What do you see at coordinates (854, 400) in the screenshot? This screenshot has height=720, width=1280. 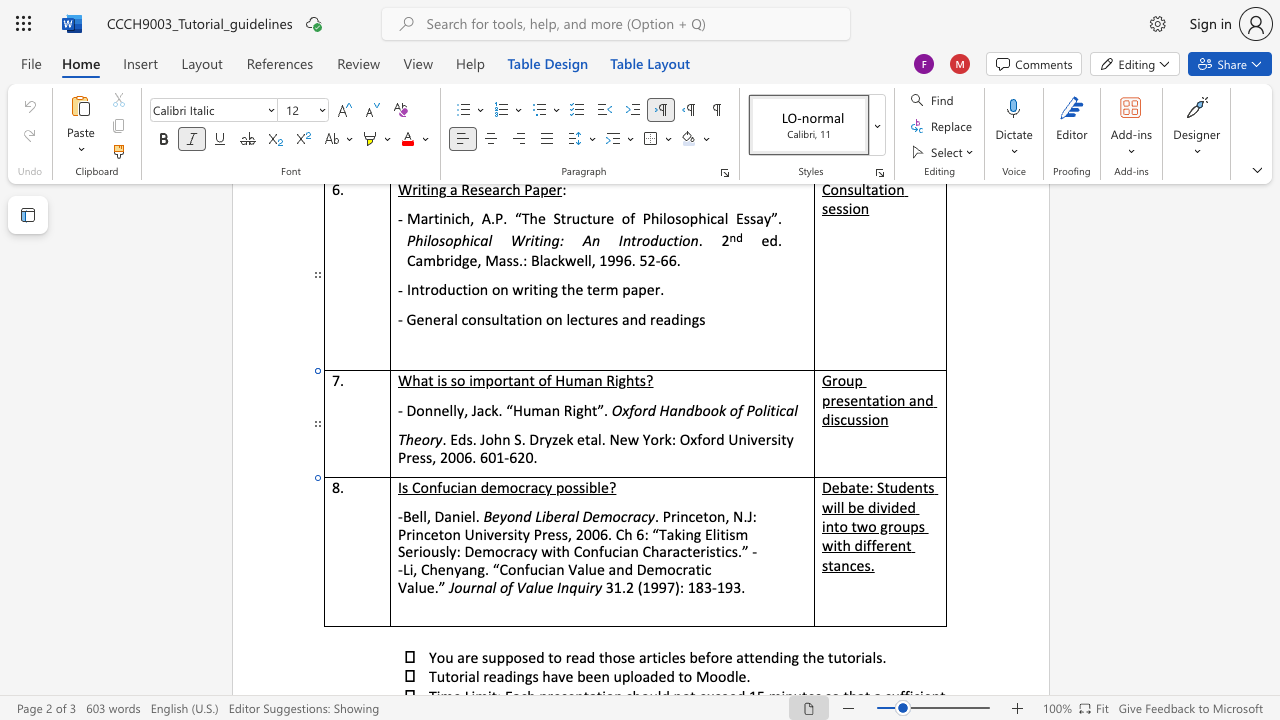 I see `the 2th character "e" in the text` at bounding box center [854, 400].